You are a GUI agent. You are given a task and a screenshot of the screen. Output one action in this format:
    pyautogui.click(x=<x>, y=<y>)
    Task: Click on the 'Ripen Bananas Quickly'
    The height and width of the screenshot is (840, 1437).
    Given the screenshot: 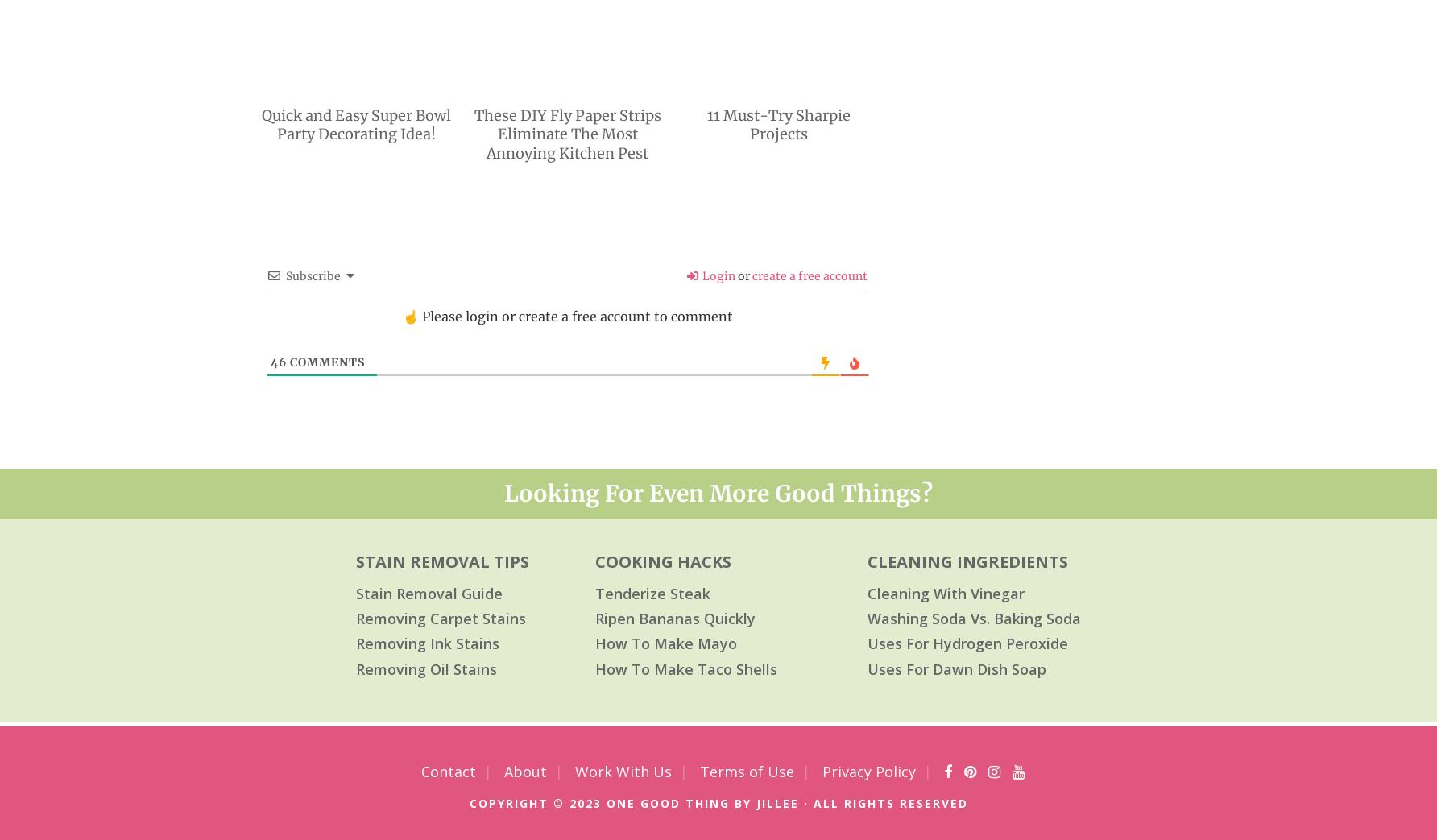 What is the action you would take?
    pyautogui.click(x=674, y=617)
    